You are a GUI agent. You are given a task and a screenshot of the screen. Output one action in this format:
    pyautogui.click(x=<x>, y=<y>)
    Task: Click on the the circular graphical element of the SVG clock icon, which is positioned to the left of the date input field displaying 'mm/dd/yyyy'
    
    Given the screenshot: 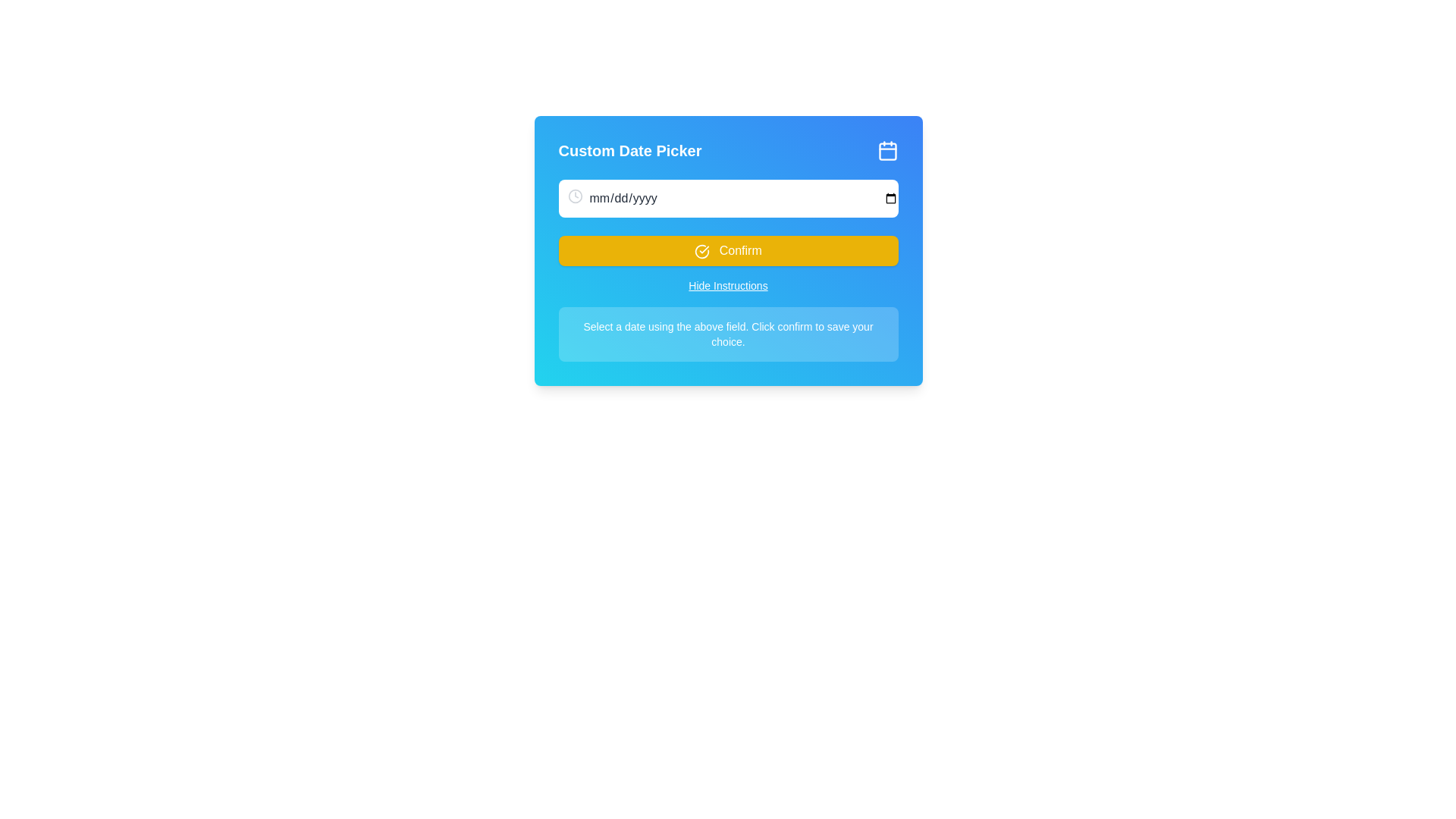 What is the action you would take?
    pyautogui.click(x=574, y=195)
    